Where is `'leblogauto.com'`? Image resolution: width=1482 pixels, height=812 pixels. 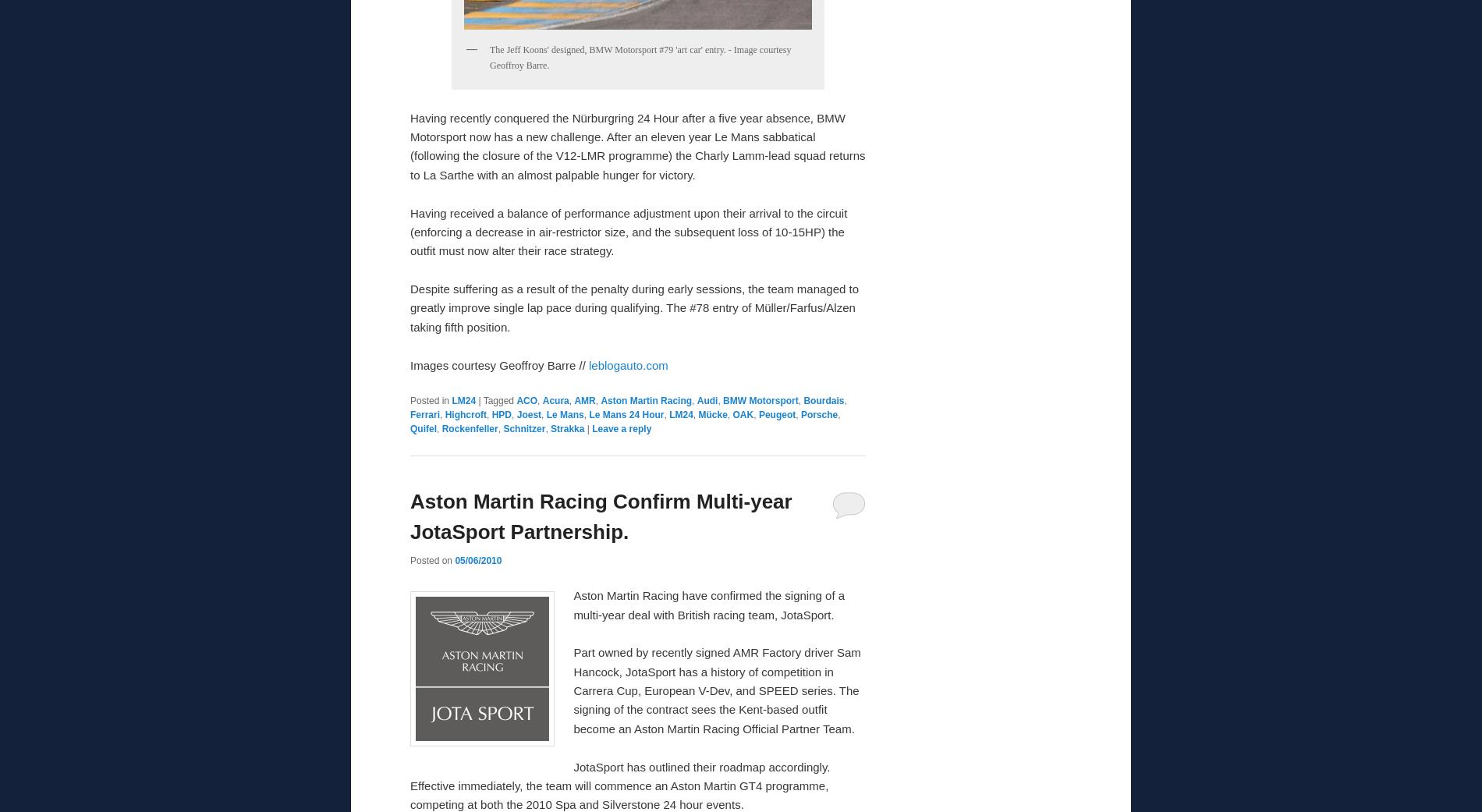 'leblogauto.com' is located at coordinates (627, 363).